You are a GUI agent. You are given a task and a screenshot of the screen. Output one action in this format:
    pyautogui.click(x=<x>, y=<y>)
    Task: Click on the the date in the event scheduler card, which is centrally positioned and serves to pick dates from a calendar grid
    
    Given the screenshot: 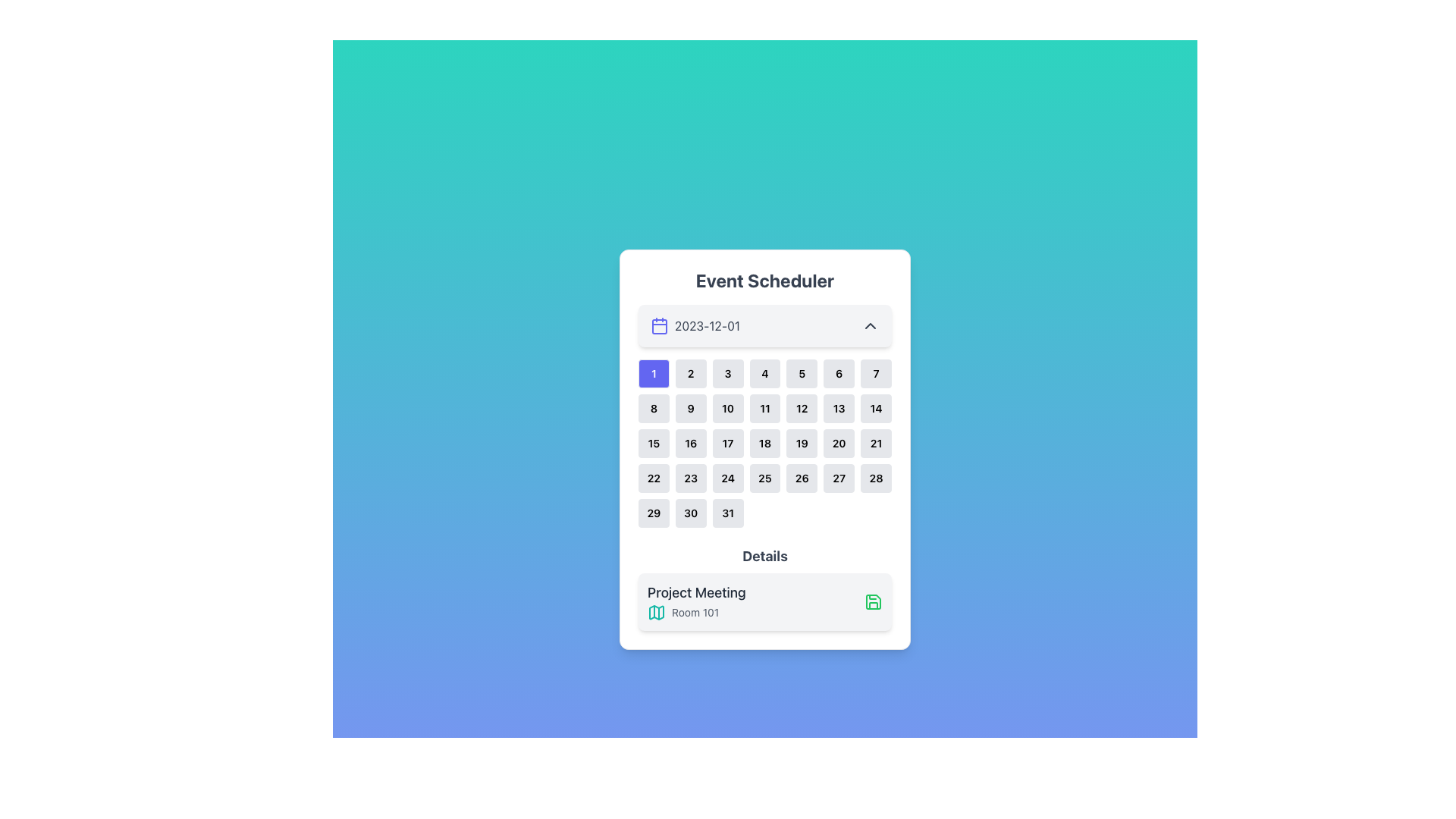 What is the action you would take?
    pyautogui.click(x=764, y=449)
    